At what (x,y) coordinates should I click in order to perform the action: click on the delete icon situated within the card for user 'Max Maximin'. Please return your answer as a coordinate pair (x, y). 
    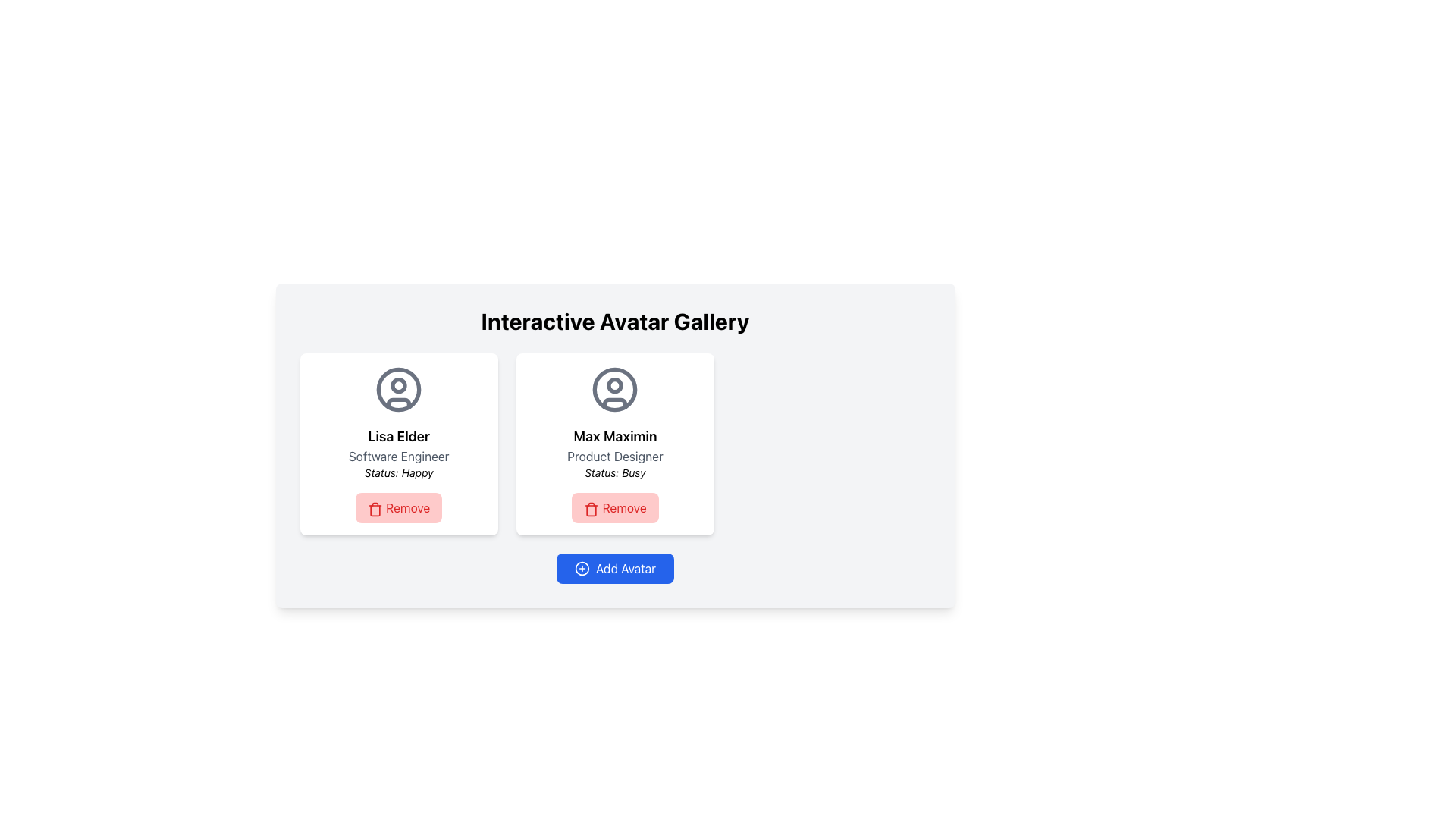
    Looking at the image, I should click on (591, 510).